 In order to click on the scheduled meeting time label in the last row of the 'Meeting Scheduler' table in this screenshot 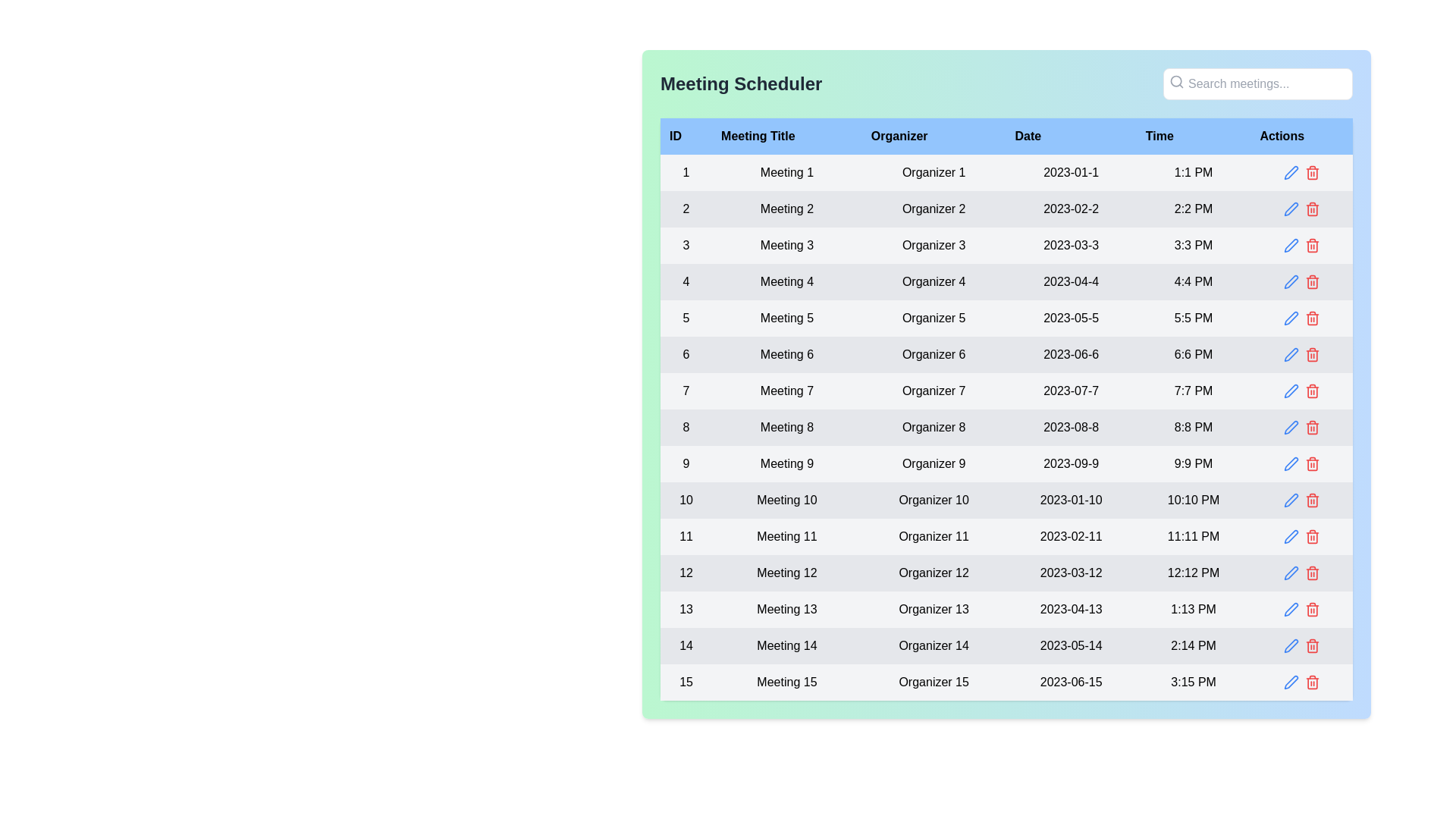, I will do `click(1193, 681)`.